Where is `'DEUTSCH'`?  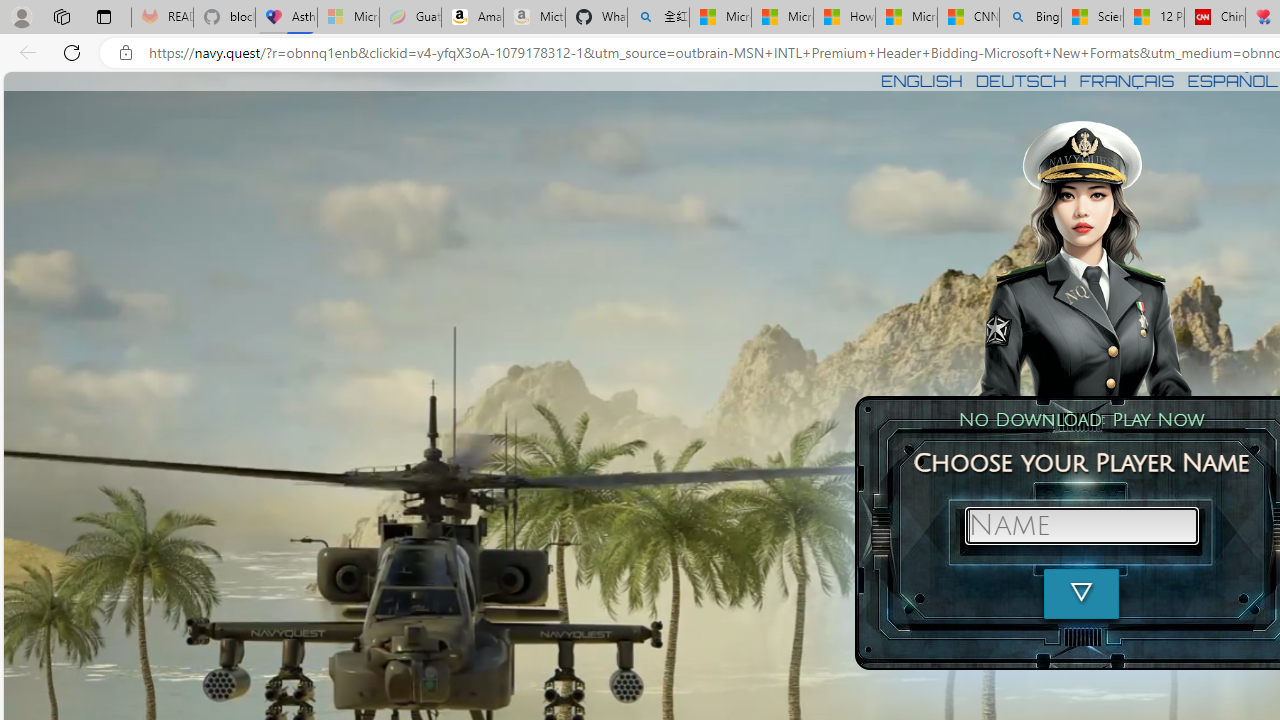
'DEUTSCH' is located at coordinates (1021, 80).